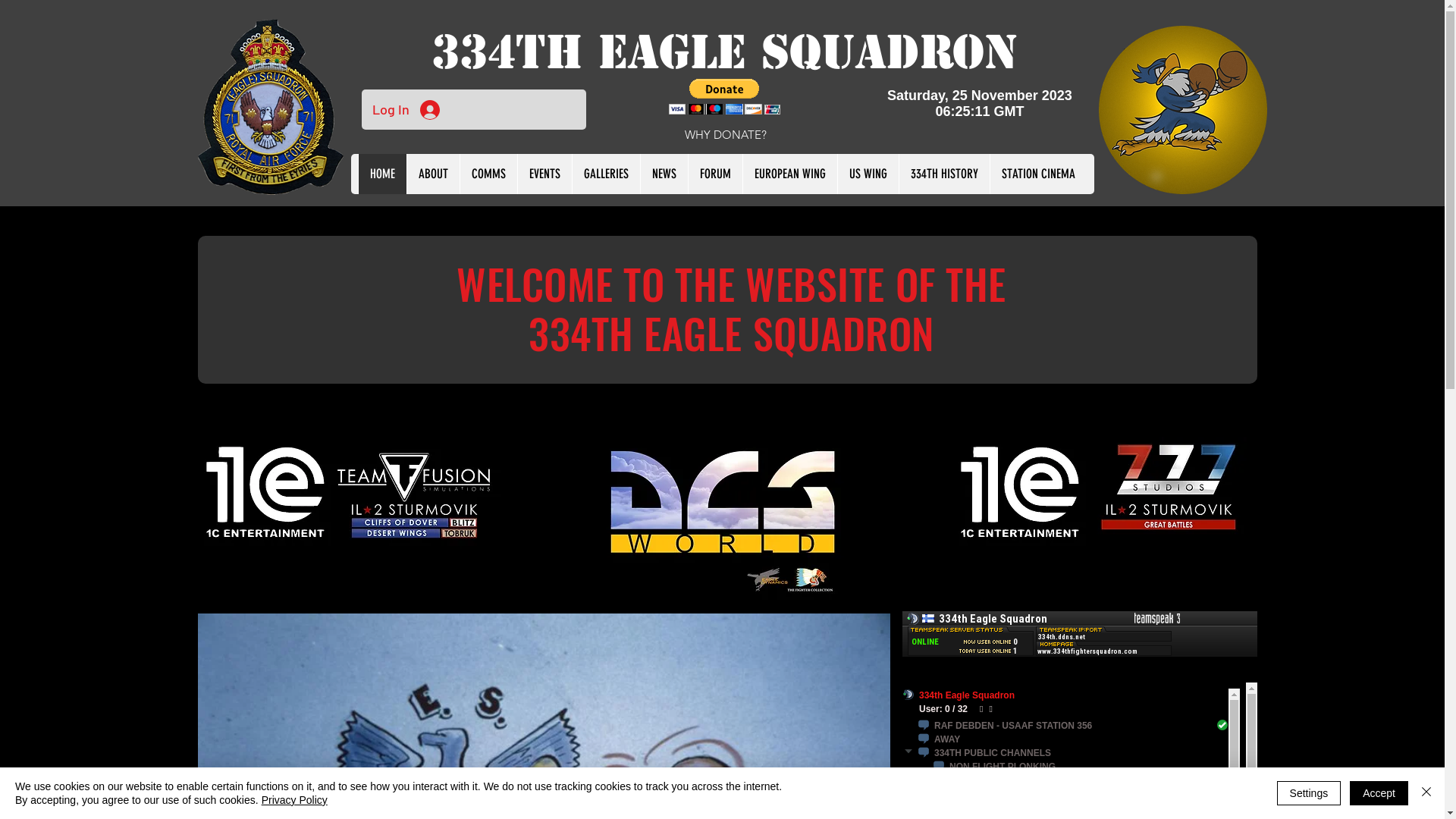 Image resolution: width=1456 pixels, height=819 pixels. What do you see at coordinates (1308, 792) in the screenshot?
I see `'Settings'` at bounding box center [1308, 792].